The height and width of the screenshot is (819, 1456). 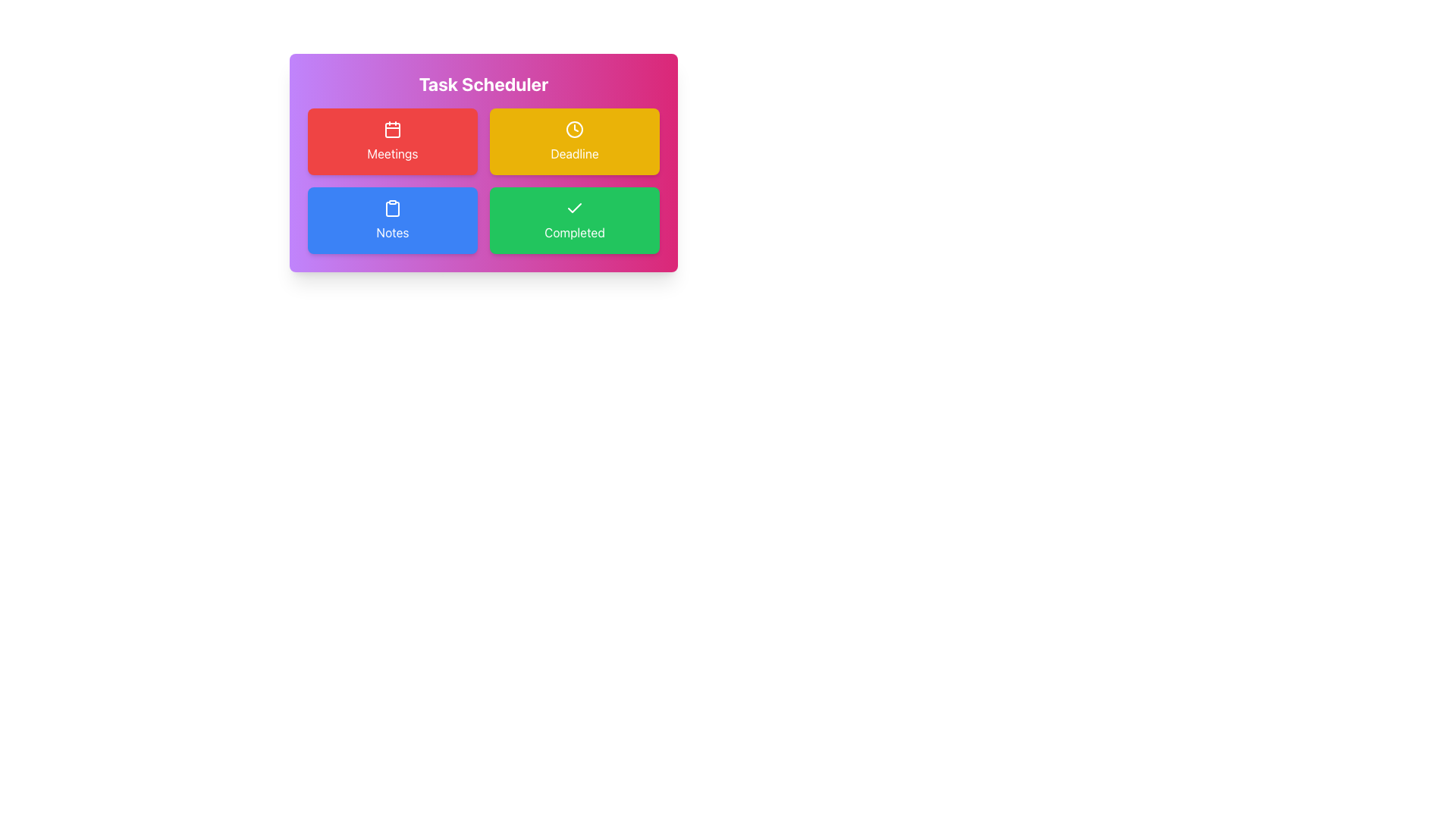 What do you see at coordinates (574, 128) in the screenshot?
I see `the circular graphic representing the 'Deadline' icon, which is part of a vector graphic icon with a yellow background, located in the top-right section of a four-icon grid` at bounding box center [574, 128].